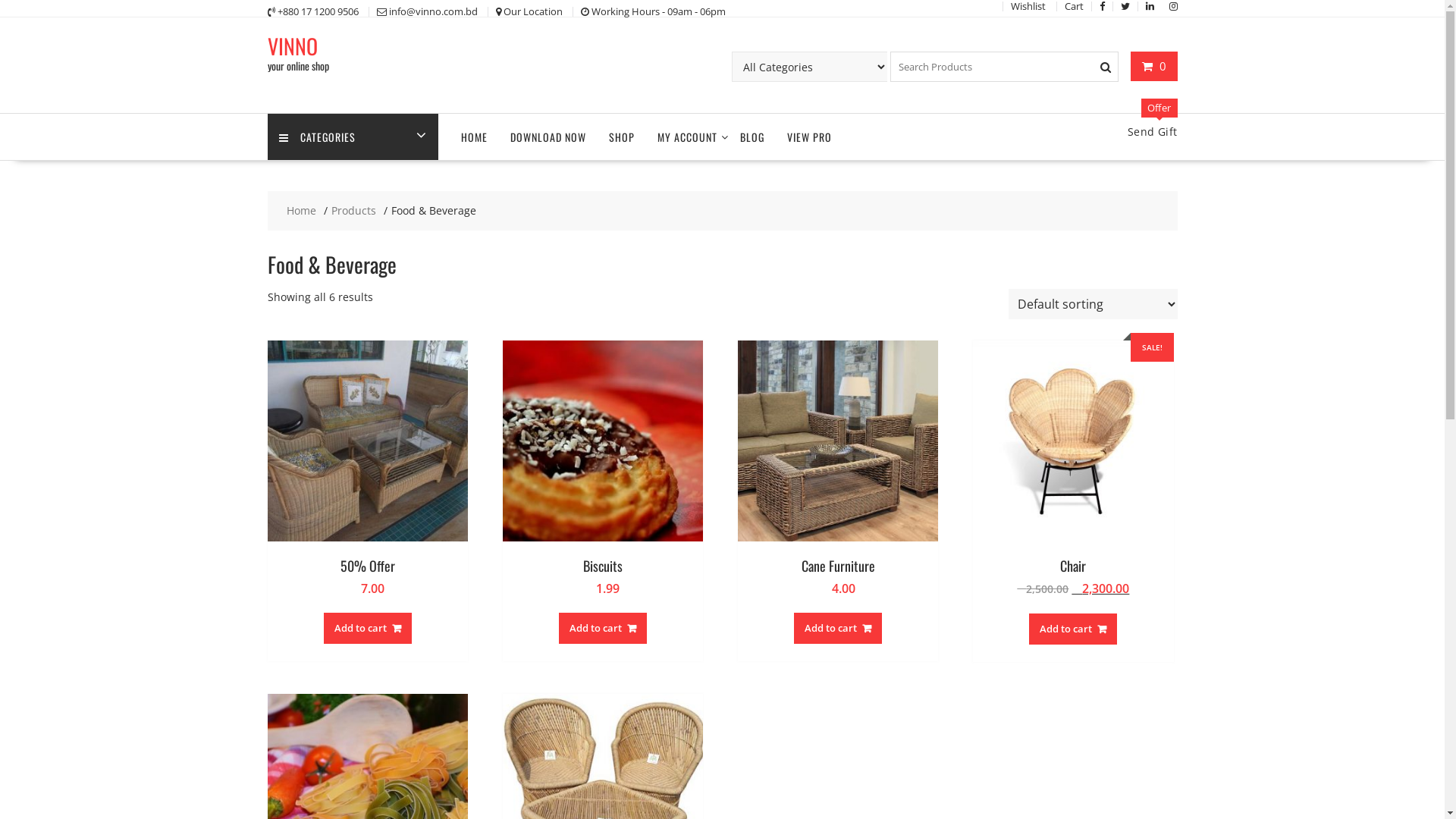  What do you see at coordinates (472, 136) in the screenshot?
I see `'HOME'` at bounding box center [472, 136].